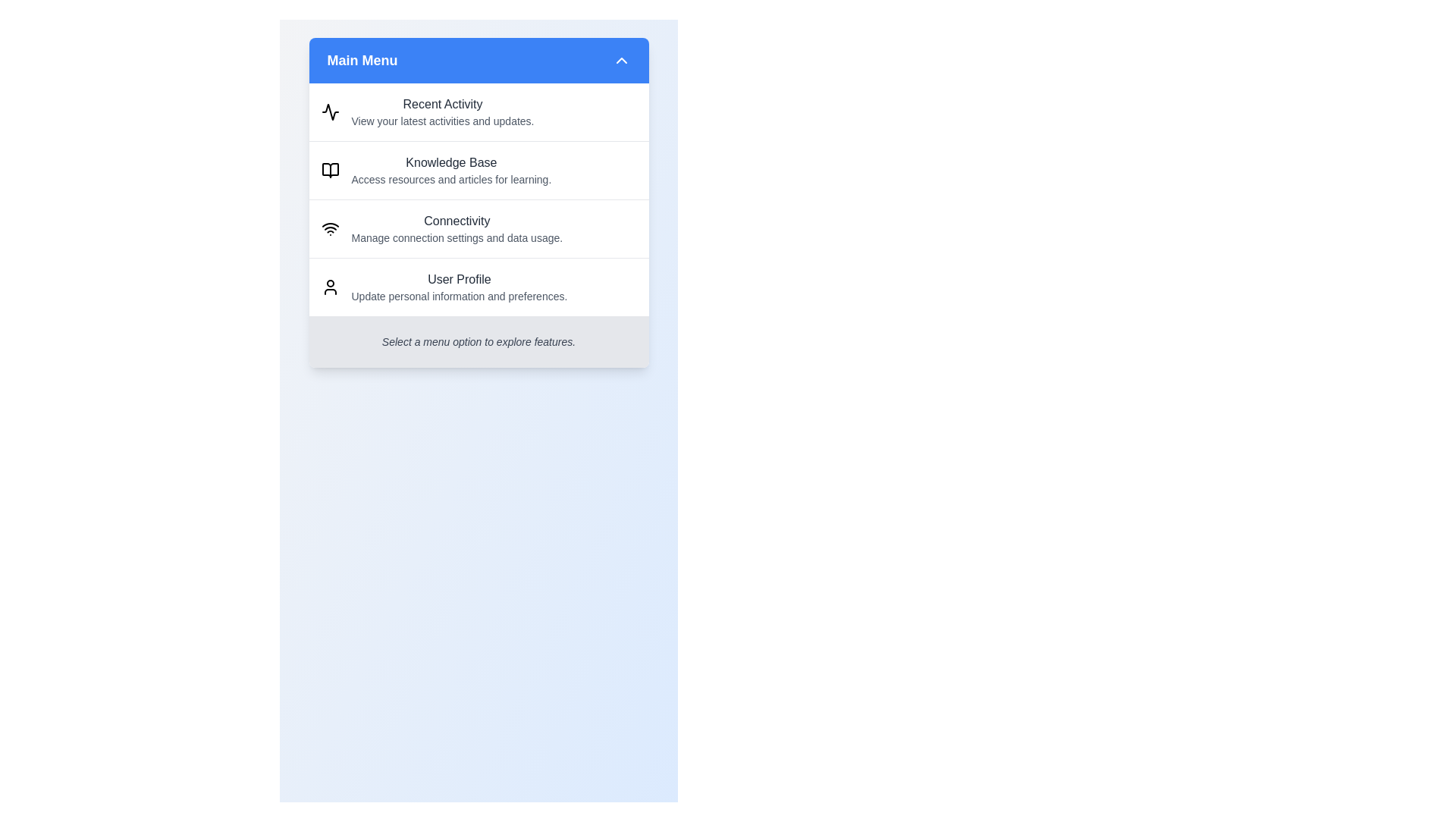 The width and height of the screenshot is (1456, 819). What do you see at coordinates (478, 60) in the screenshot?
I see `the toggle menu button to change the menu visibility` at bounding box center [478, 60].